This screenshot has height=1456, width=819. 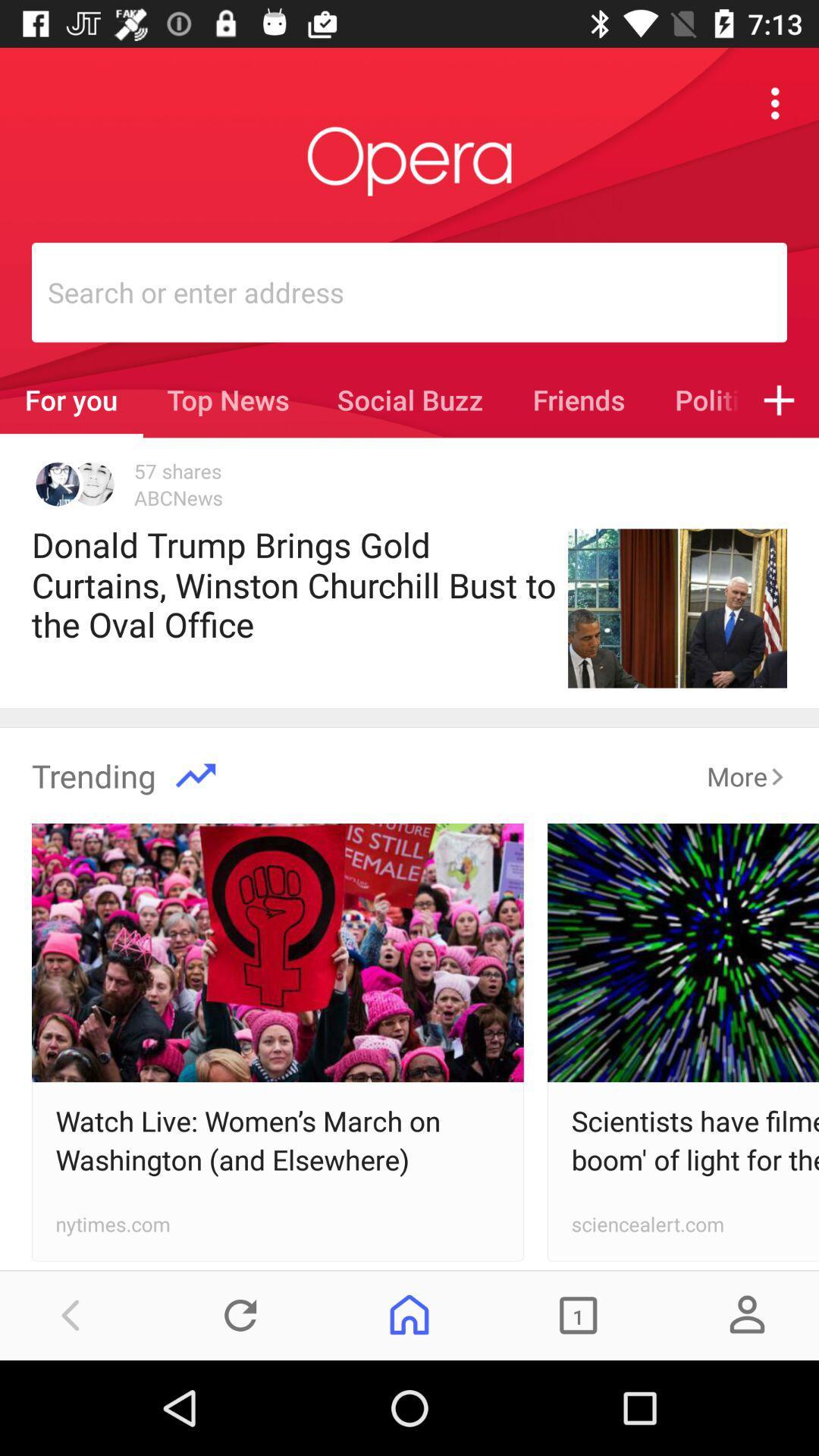 I want to click on icon next to politics icon, so click(x=779, y=400).